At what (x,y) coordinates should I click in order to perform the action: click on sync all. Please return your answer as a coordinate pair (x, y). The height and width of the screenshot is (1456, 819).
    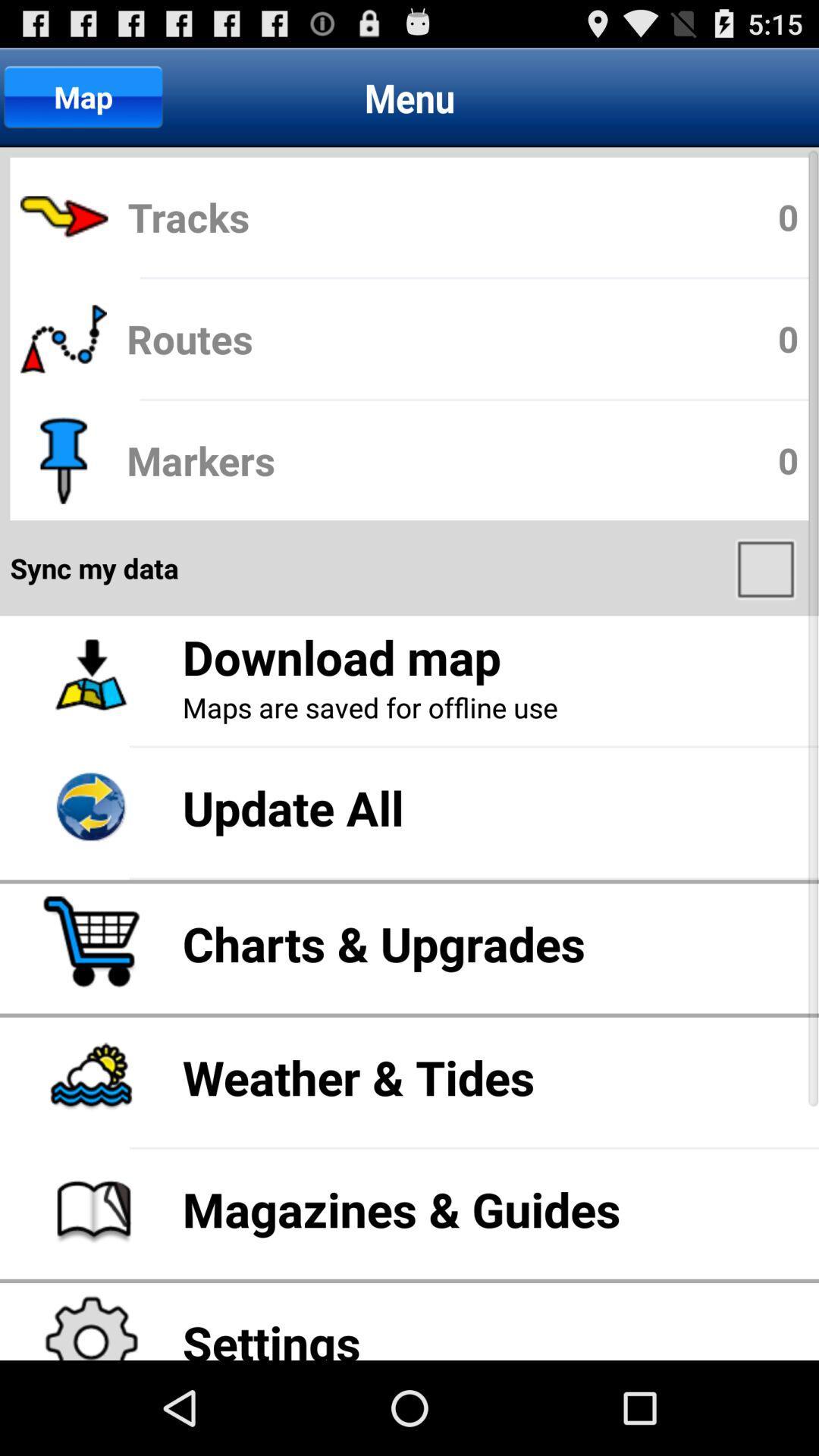
    Looking at the image, I should click on (767, 567).